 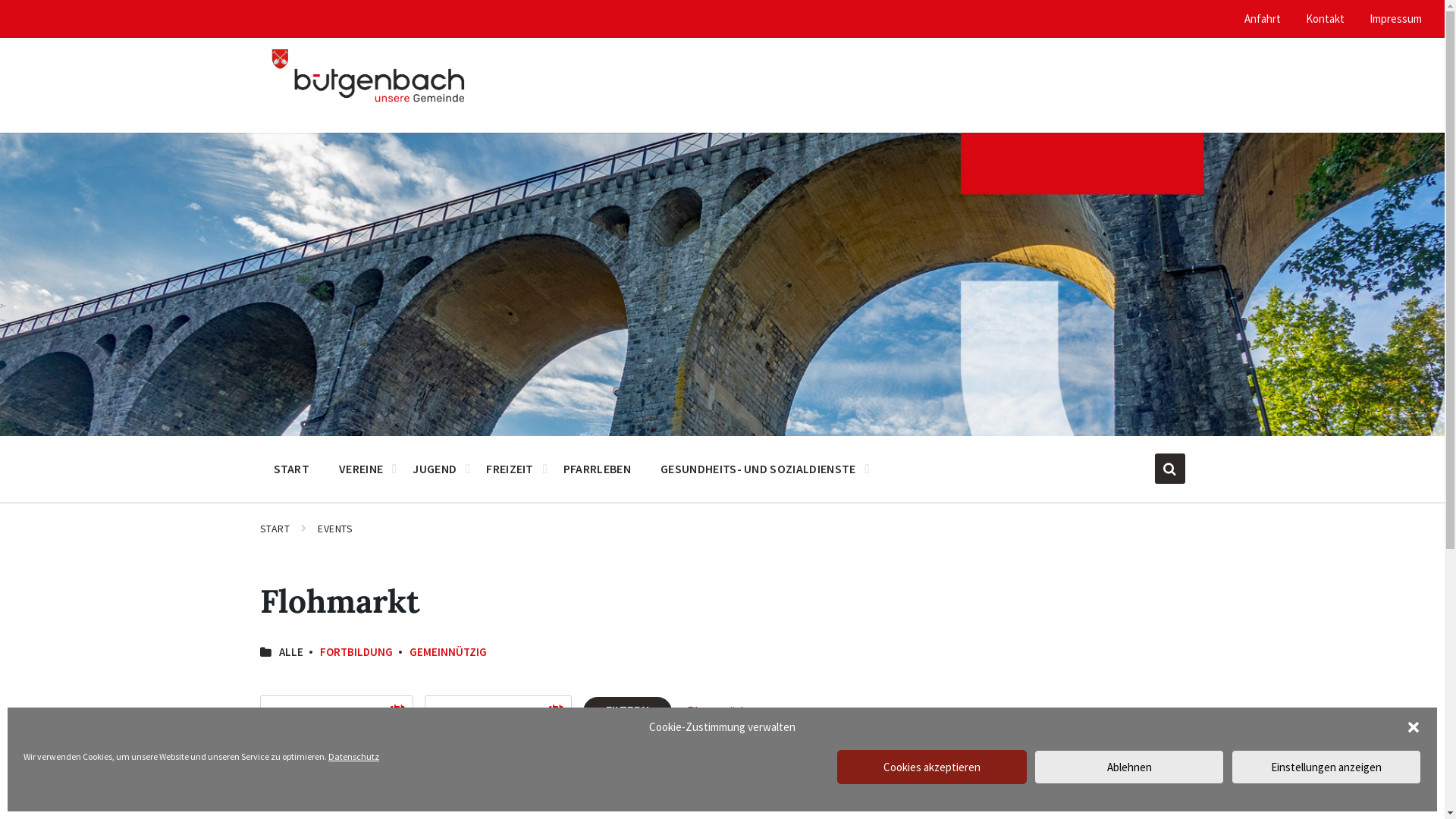 I want to click on 'Impressum', so click(x=1369, y=18).